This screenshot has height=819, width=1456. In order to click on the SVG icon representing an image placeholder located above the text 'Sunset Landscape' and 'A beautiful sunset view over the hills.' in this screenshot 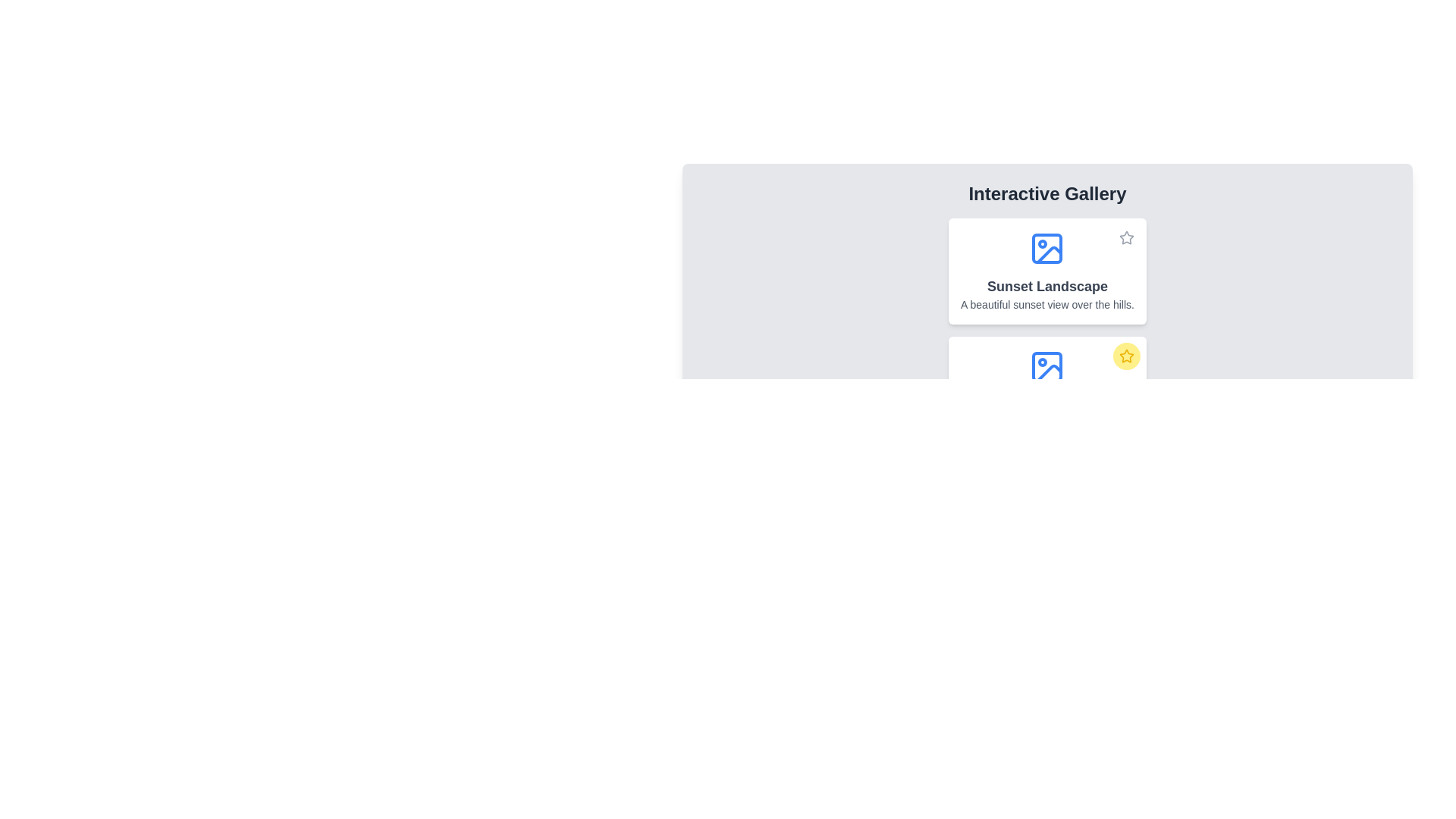, I will do `click(1046, 247)`.